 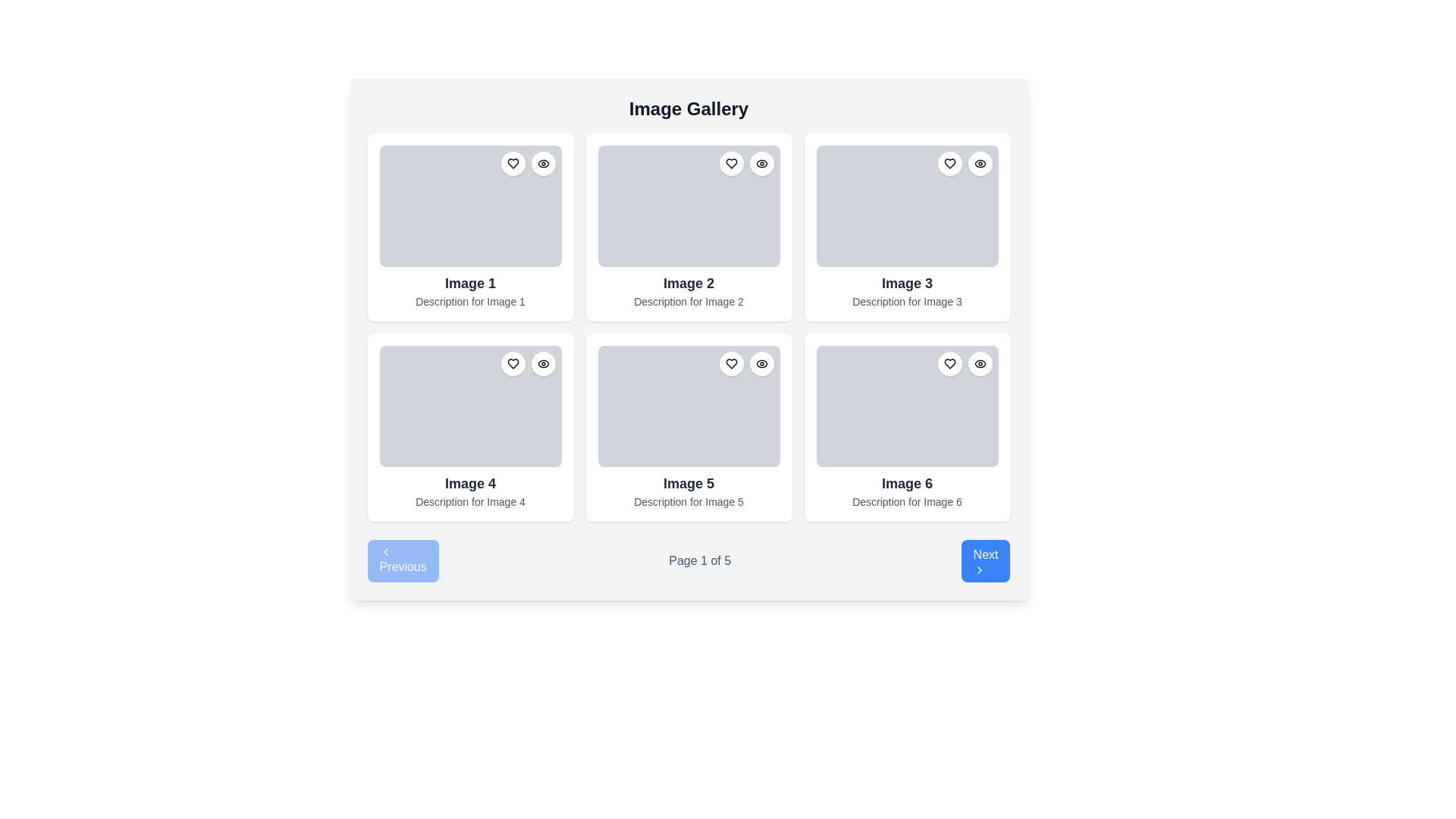 I want to click on text element that serves as a title or label for the content in the fifth card, located in the bottom row, middle column of the image gallery grid, so click(x=688, y=483).